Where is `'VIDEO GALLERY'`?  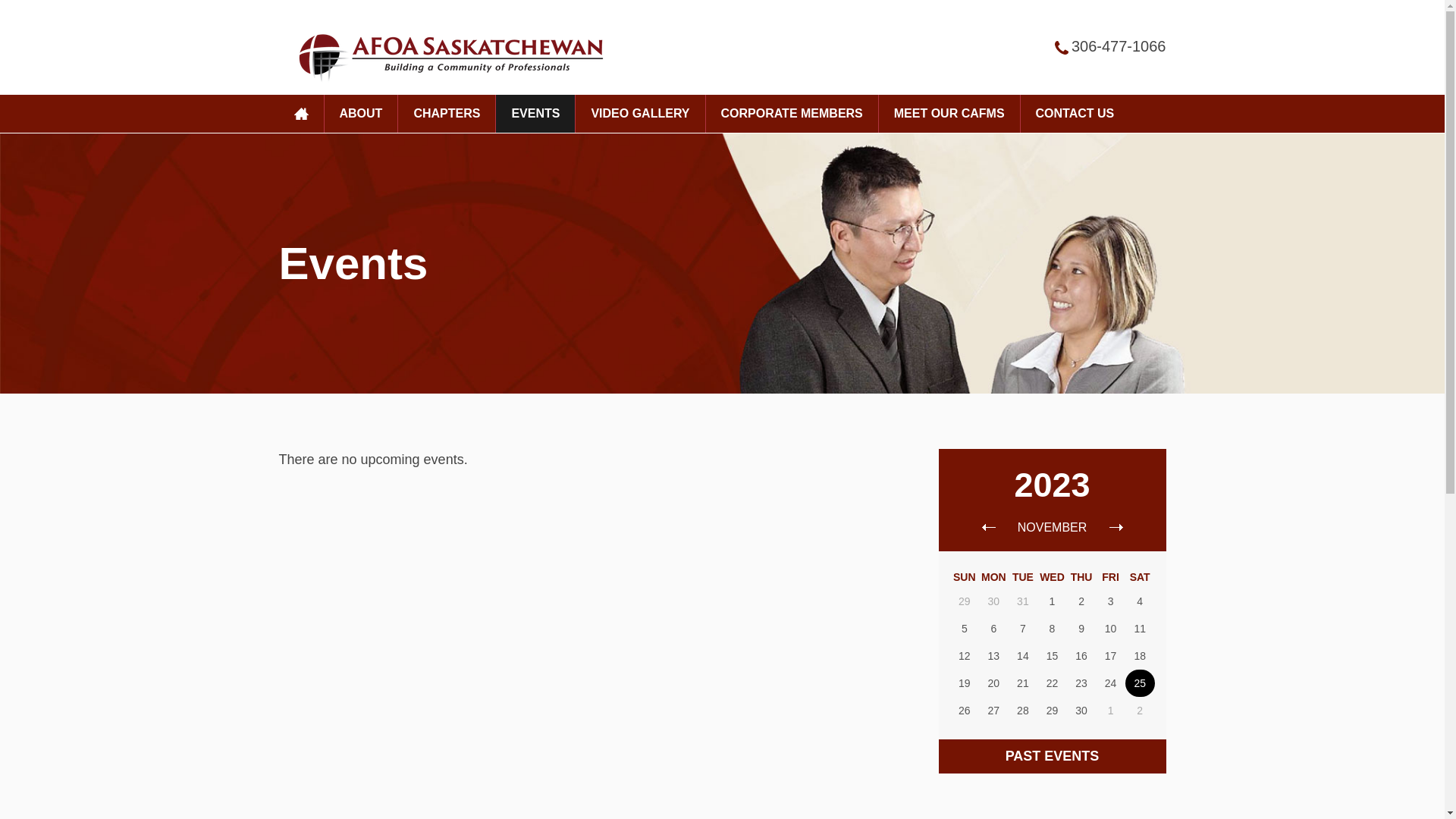
'VIDEO GALLERY' is located at coordinates (574, 113).